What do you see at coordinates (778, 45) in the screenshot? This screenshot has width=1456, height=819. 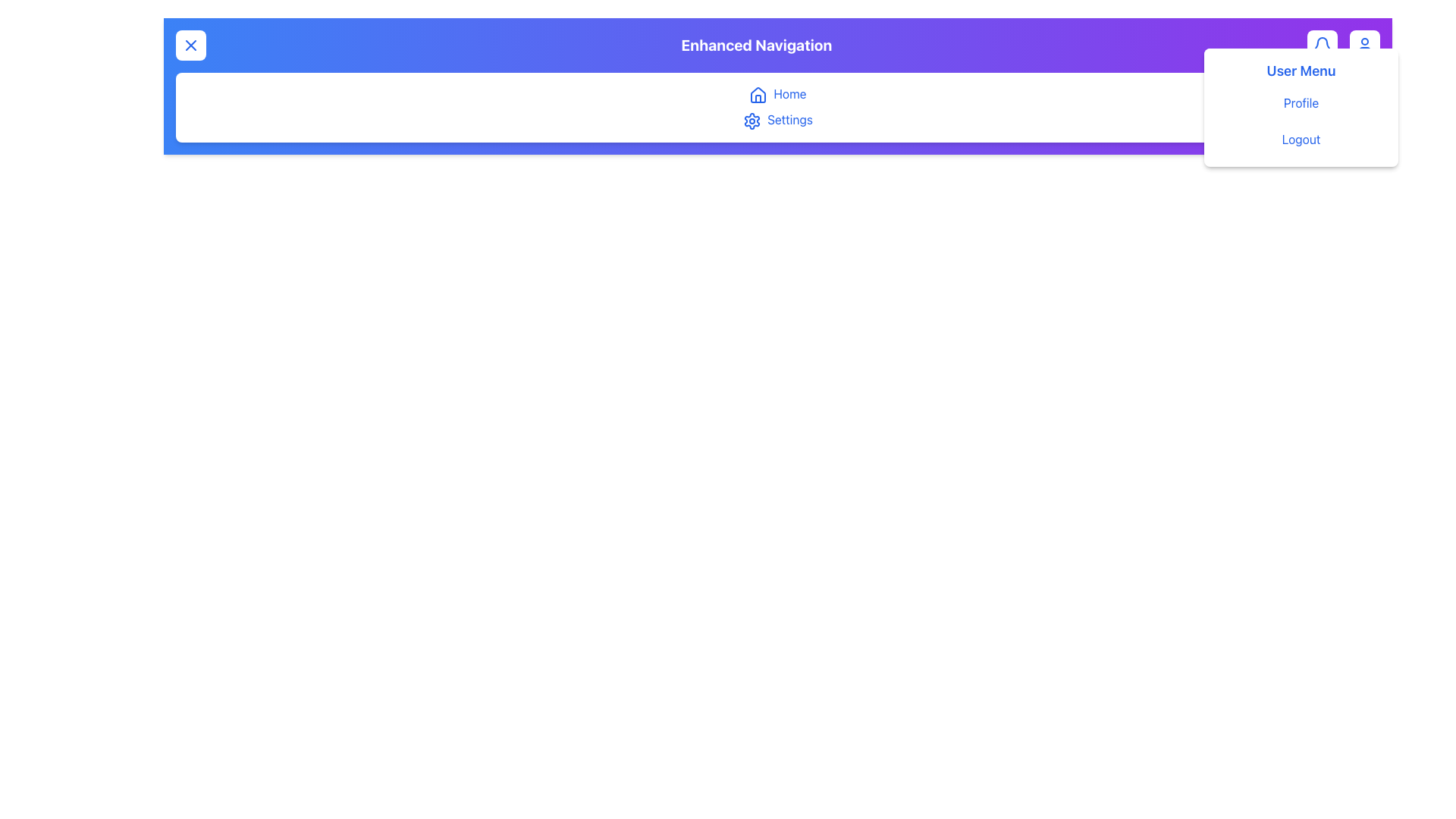 I see `the static text element displaying 'Enhanced Navigation', which is centrally positioned within a gradient background bar transitioning from blue to purple` at bounding box center [778, 45].